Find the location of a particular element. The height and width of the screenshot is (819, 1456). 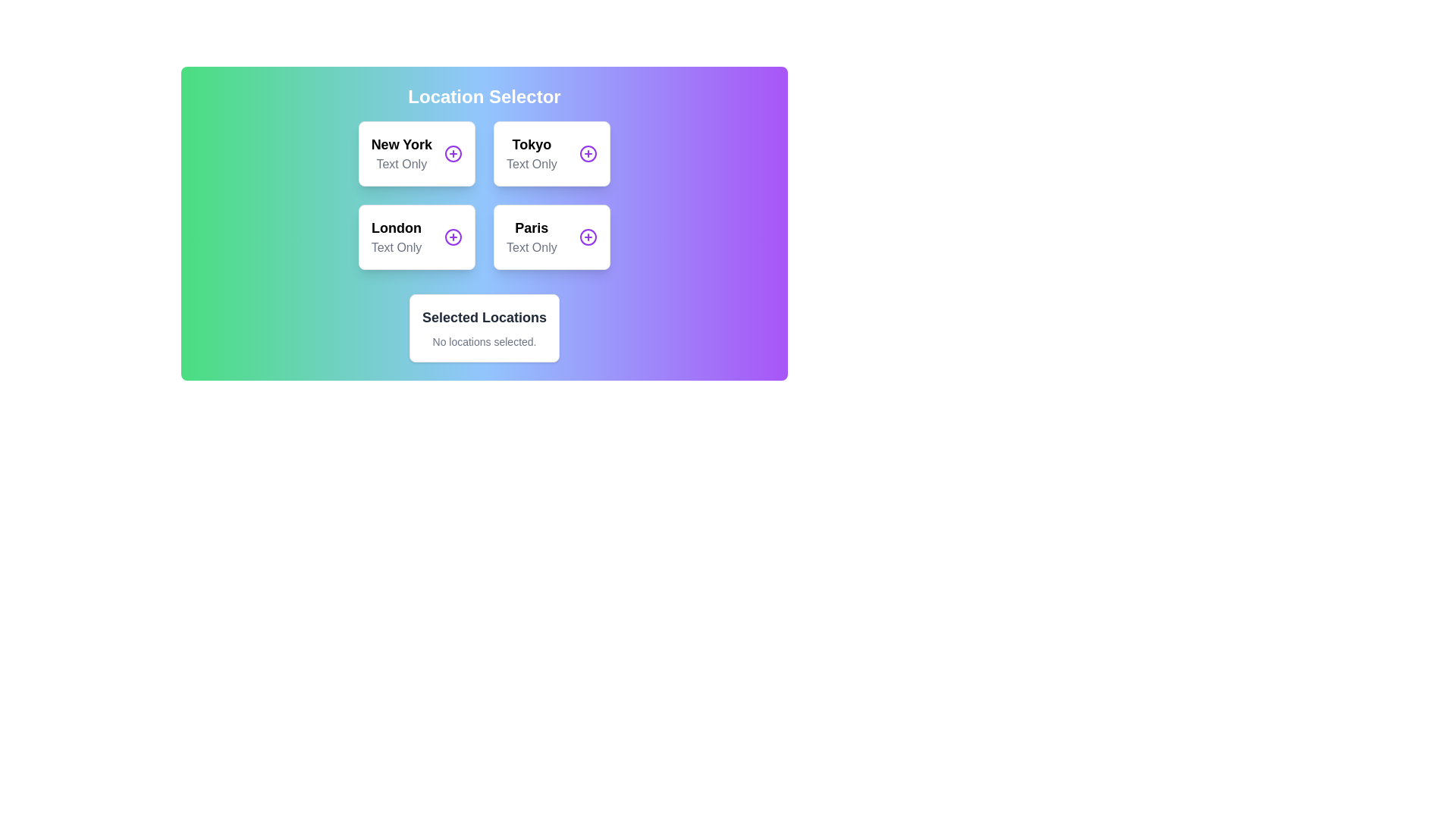

the Text Label displaying 'Text Only' in gray color, which is located directly beneath the title 'New York' in the top-left card of the grid is located at coordinates (401, 164).